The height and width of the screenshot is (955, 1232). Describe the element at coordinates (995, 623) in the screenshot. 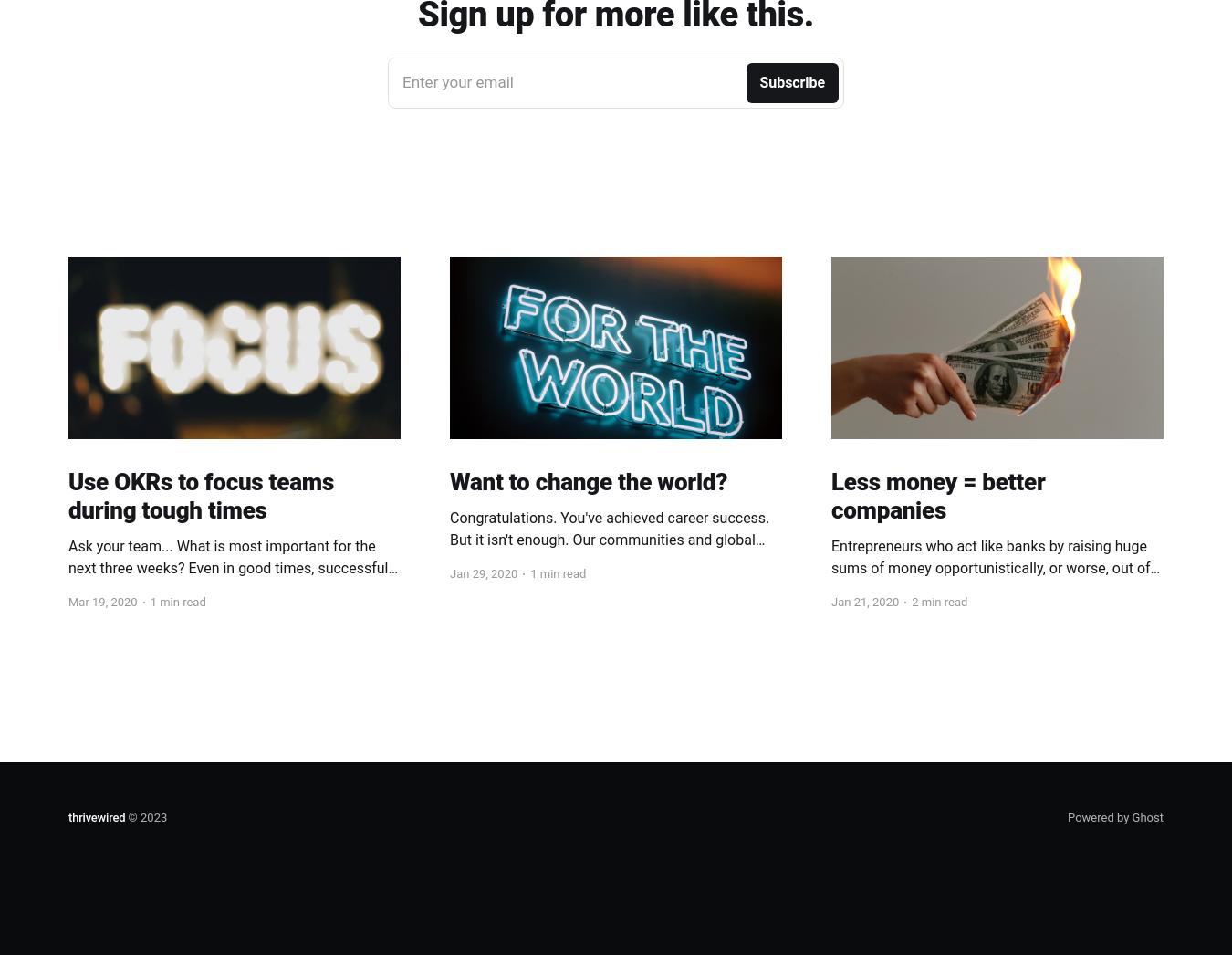

I see `'Entrepreneurs who act like banks by raising huge sums of money
opportunistically, or worse, out of pride or false validation, often face
unfavorable outcomes.

Growth capital, when used properly, has energized many of the best companies,
and handled incorrectly, it has created toxic dependencies and poor outcomes.

The conventional wisdom'` at that location.